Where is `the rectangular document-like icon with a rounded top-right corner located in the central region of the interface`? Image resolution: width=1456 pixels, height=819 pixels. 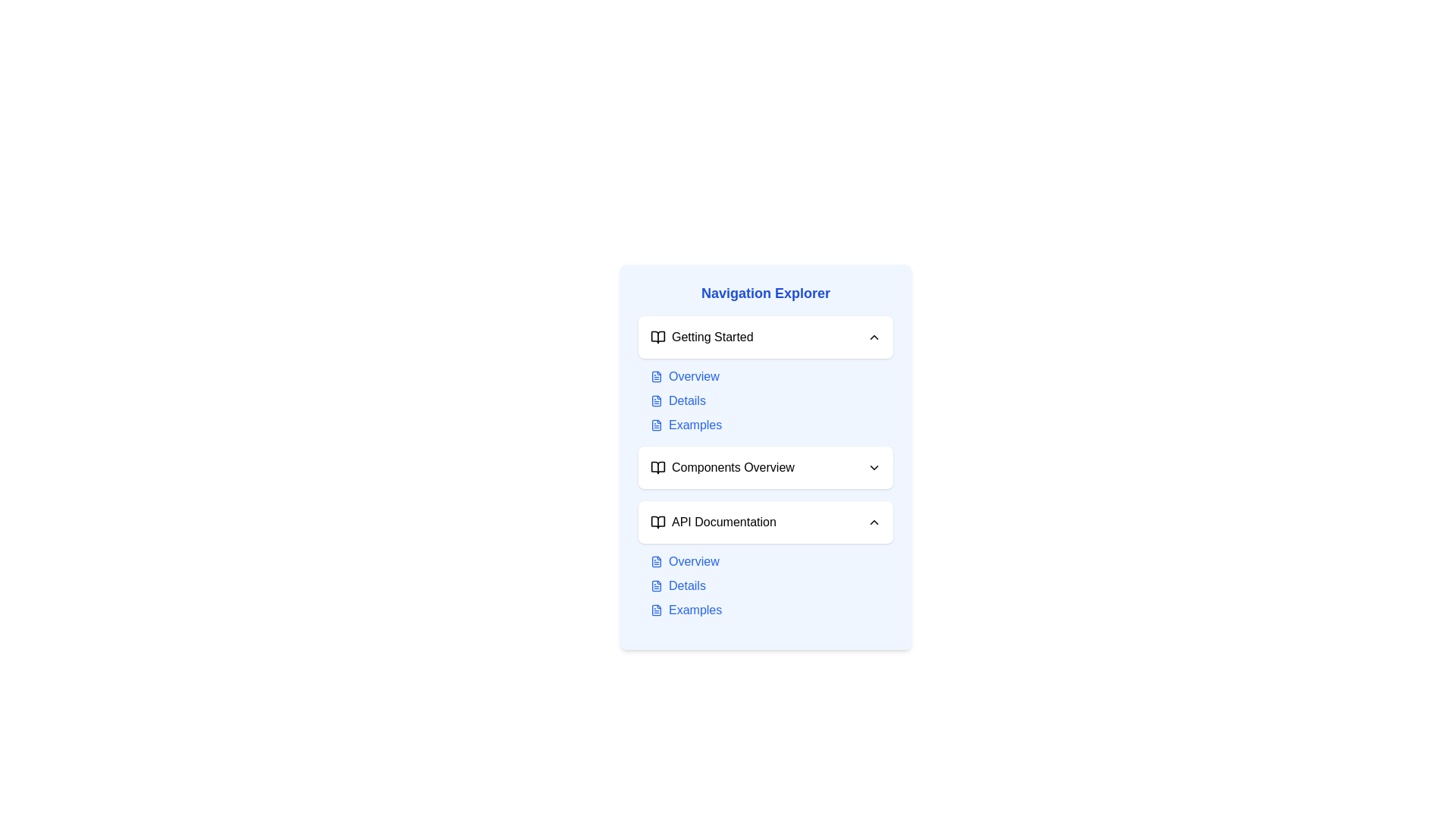
the rectangular document-like icon with a rounded top-right corner located in the central region of the interface is located at coordinates (656, 376).